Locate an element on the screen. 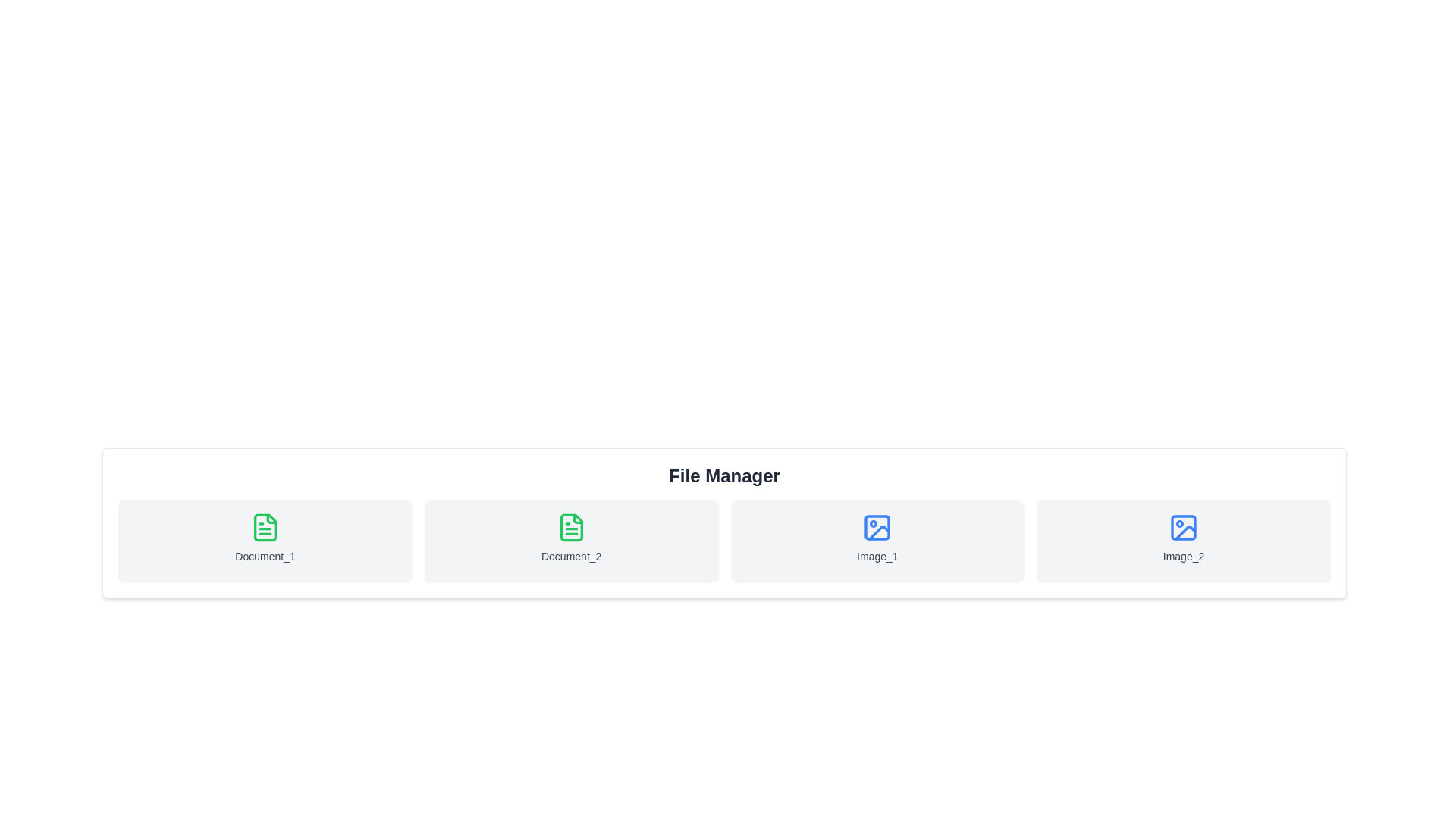  the card component representing the file labeled 'Document_2', which is located in the second position of a four-item grid layout is located at coordinates (570, 540).